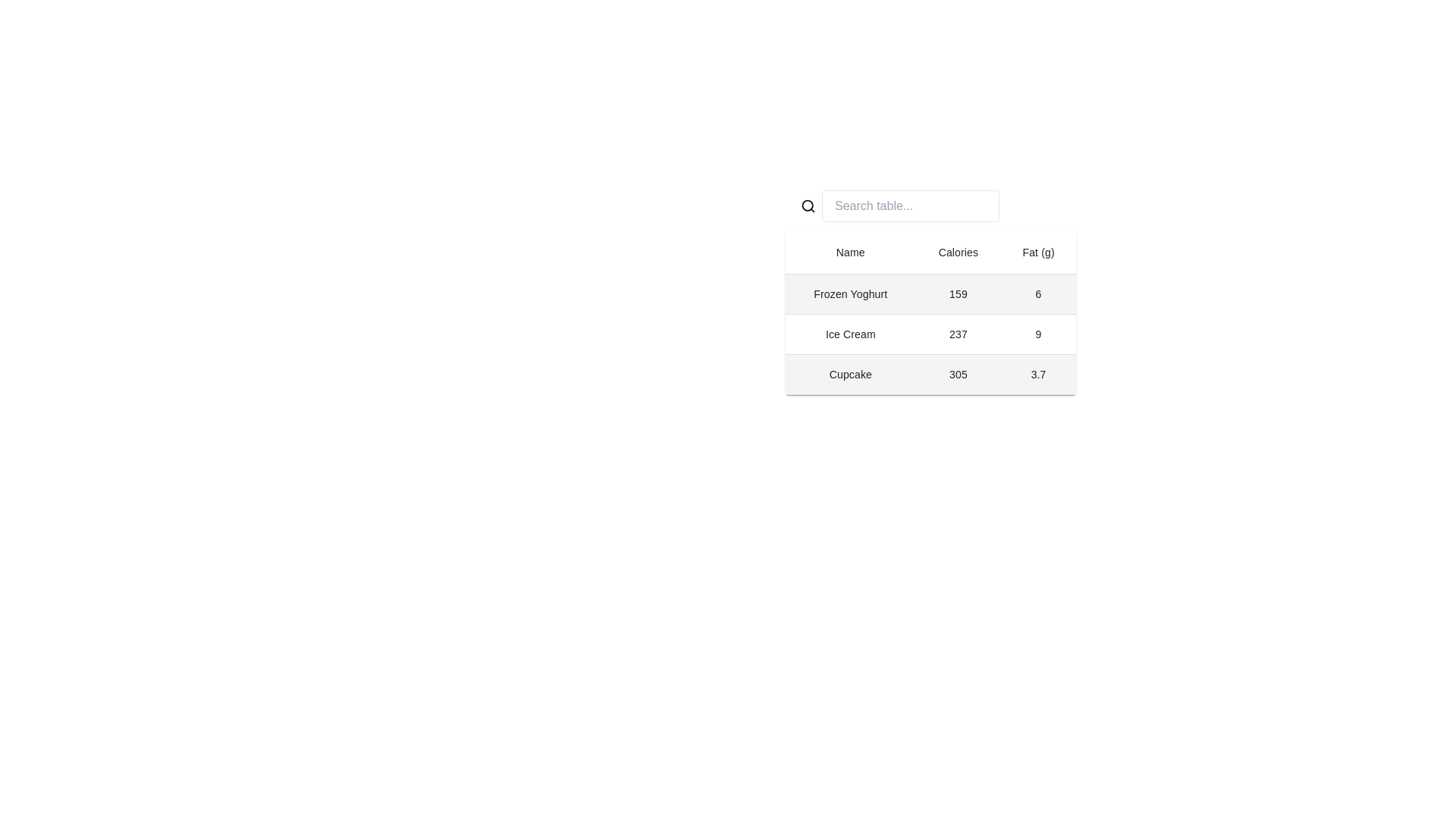 This screenshot has height=819, width=1456. What do you see at coordinates (850, 294) in the screenshot?
I see `the table cell containing the text 'Frozen Yoghurt', which is the first cell in the row of a table, to possibly reveal additional information` at bounding box center [850, 294].